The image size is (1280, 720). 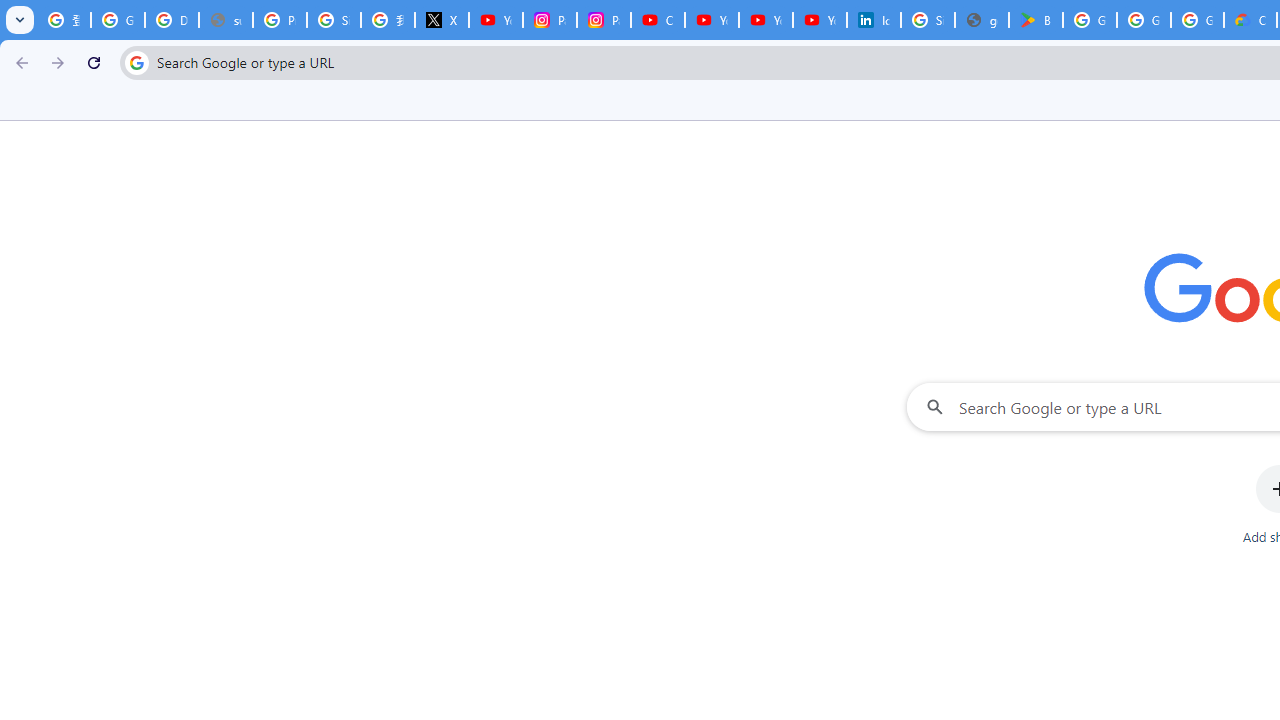 I want to click on 'YouTube Content Monetization Policies - How YouTube Works', so click(x=496, y=20).